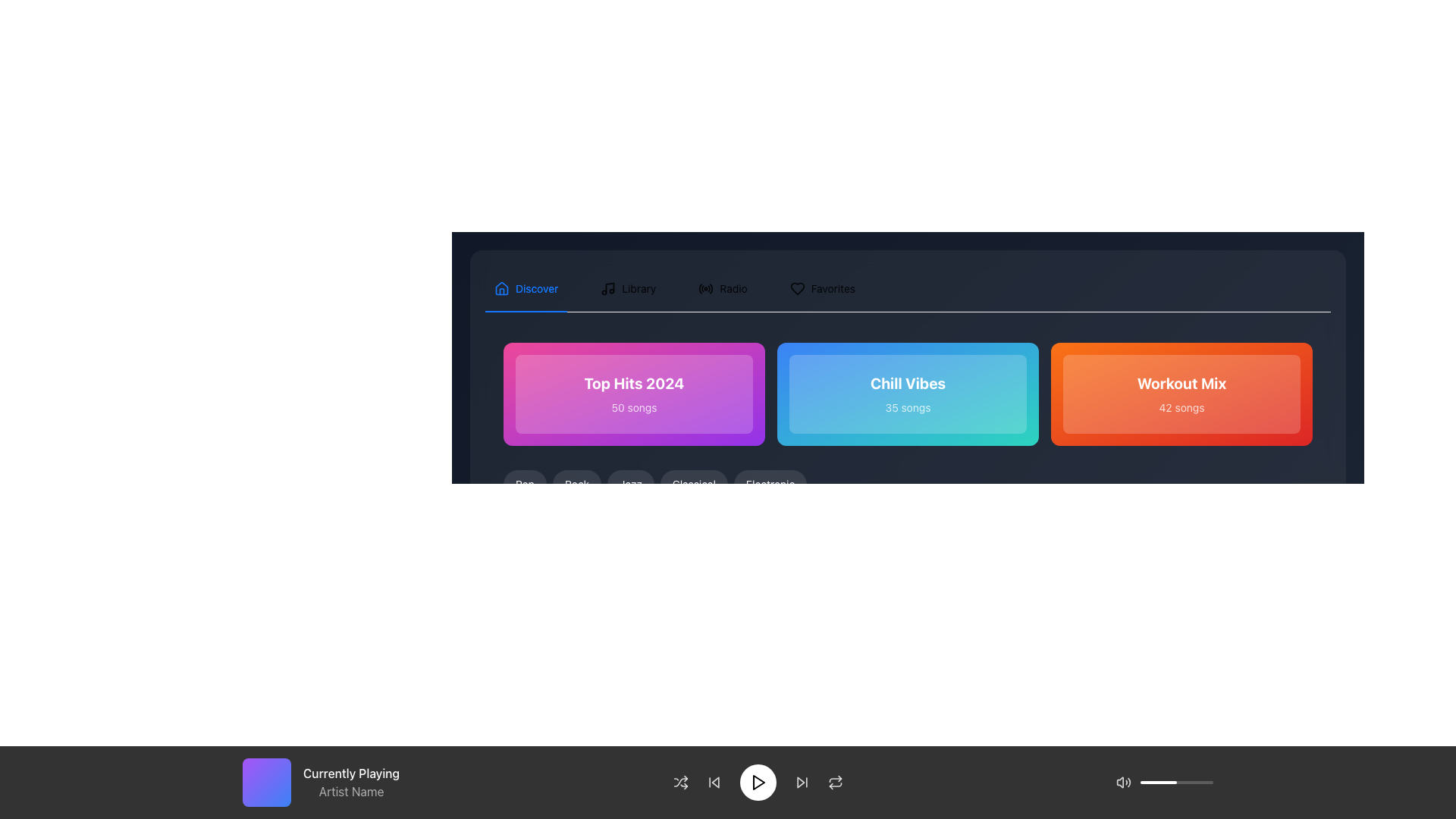 The image size is (1456, 819). I want to click on the triangular-shaped 'play' icon located in the bottom control bar of the application interface to initiate playback, so click(758, 783).